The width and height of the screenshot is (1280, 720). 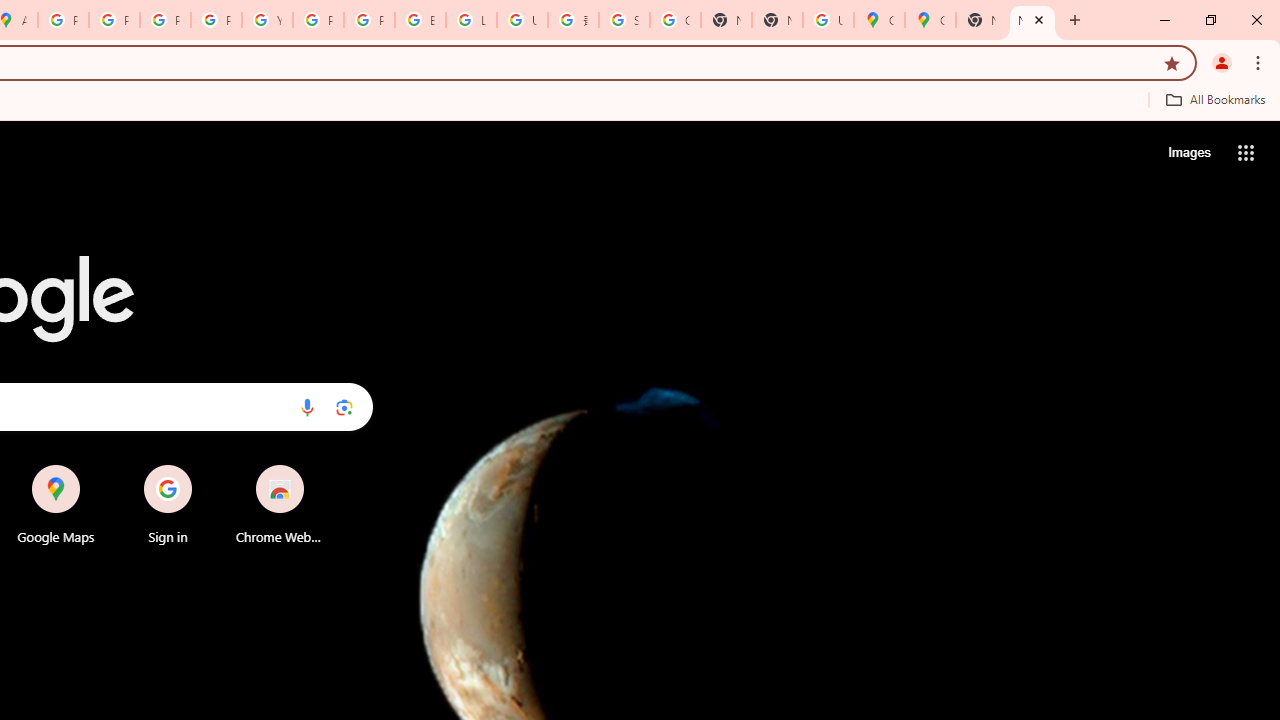 I want to click on 'New Tab', so click(x=1032, y=20).